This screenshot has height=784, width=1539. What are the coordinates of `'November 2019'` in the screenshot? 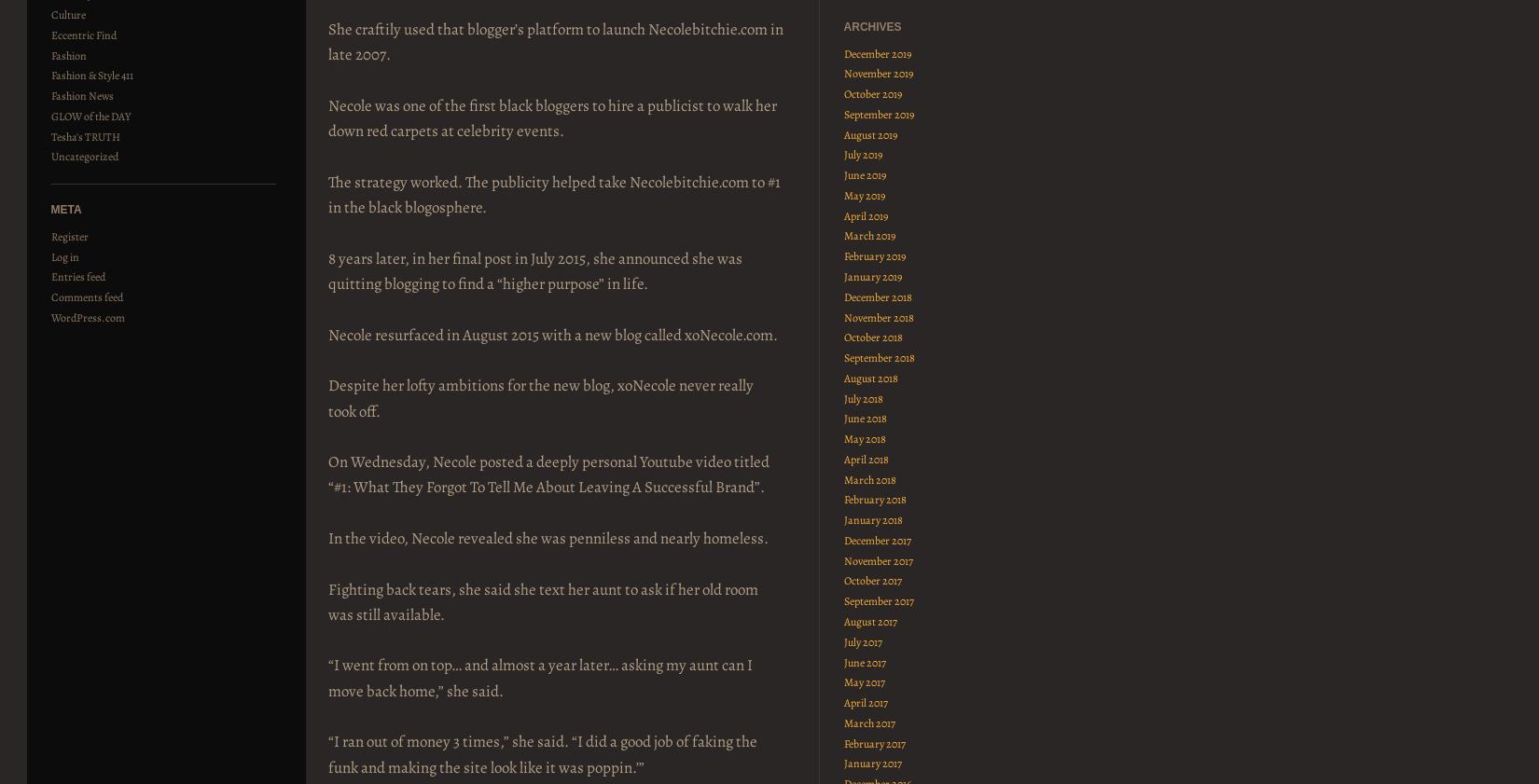 It's located at (843, 72).